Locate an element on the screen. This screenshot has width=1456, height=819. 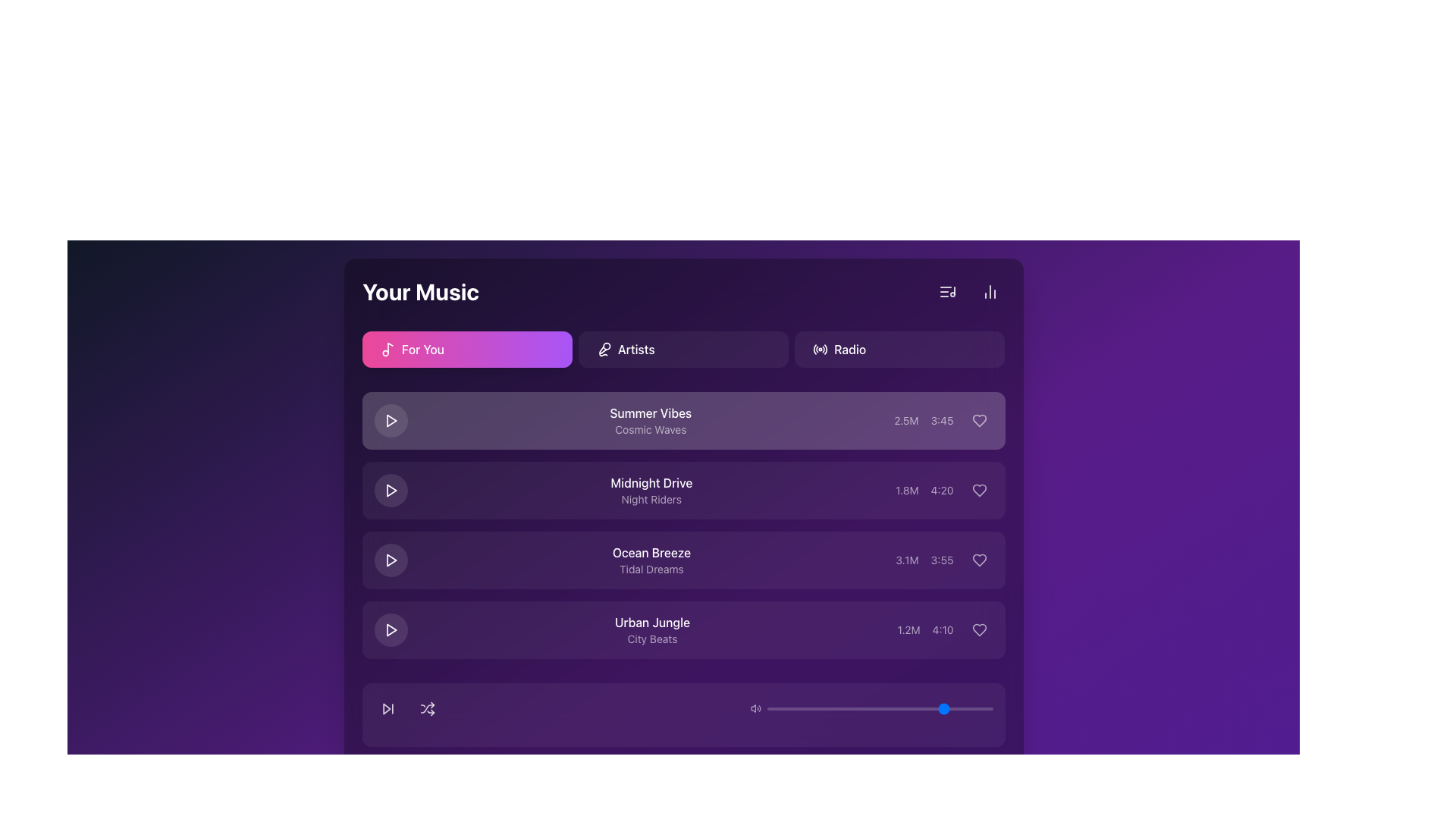
the text label displaying the duration value '3:45' in the list of song details for 'Summer Vibes' is located at coordinates (941, 421).